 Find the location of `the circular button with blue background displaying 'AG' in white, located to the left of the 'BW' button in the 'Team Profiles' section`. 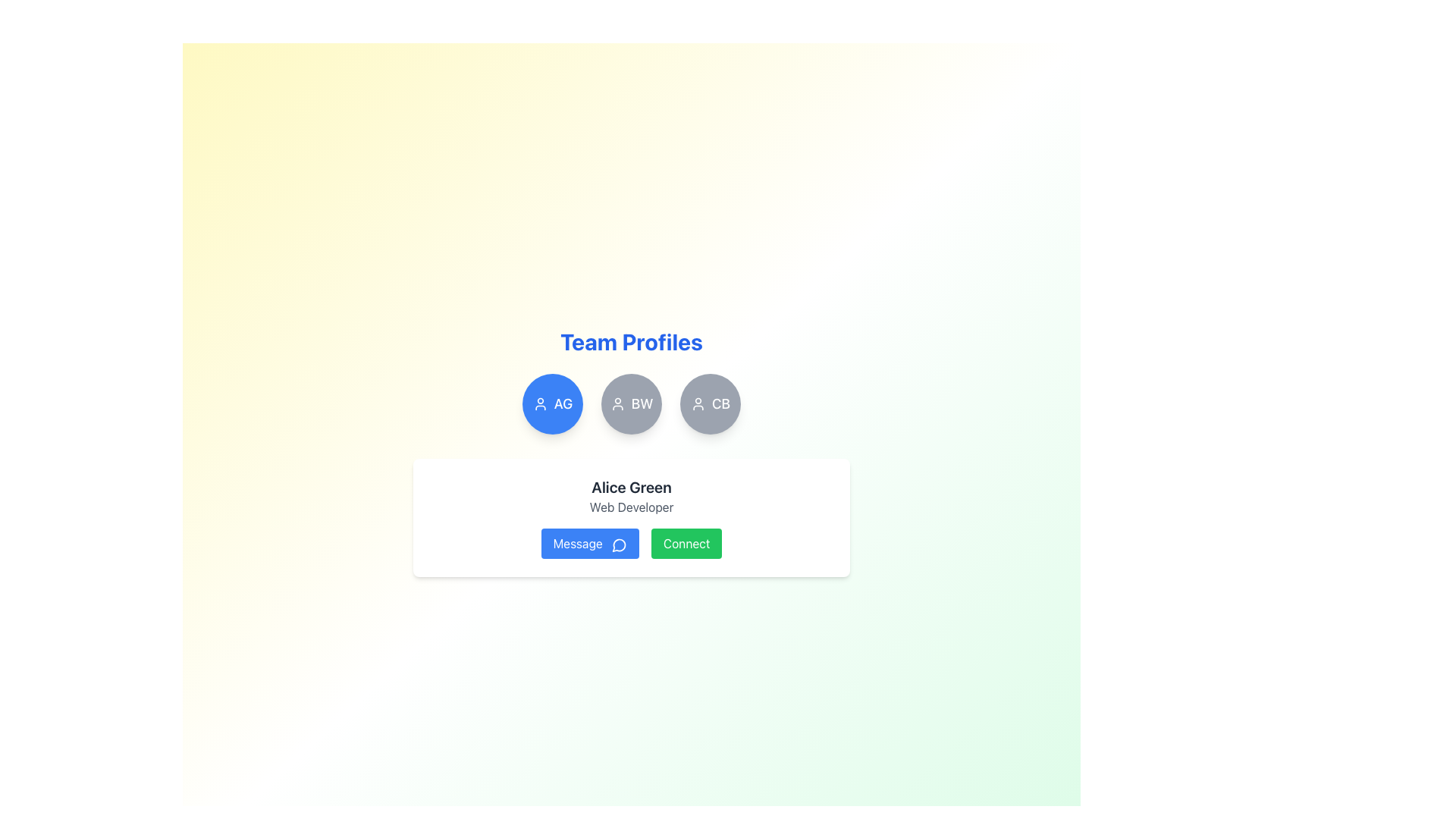

the circular button with blue background displaying 'AG' in white, located to the left of the 'BW' button in the 'Team Profiles' section is located at coordinates (552, 403).